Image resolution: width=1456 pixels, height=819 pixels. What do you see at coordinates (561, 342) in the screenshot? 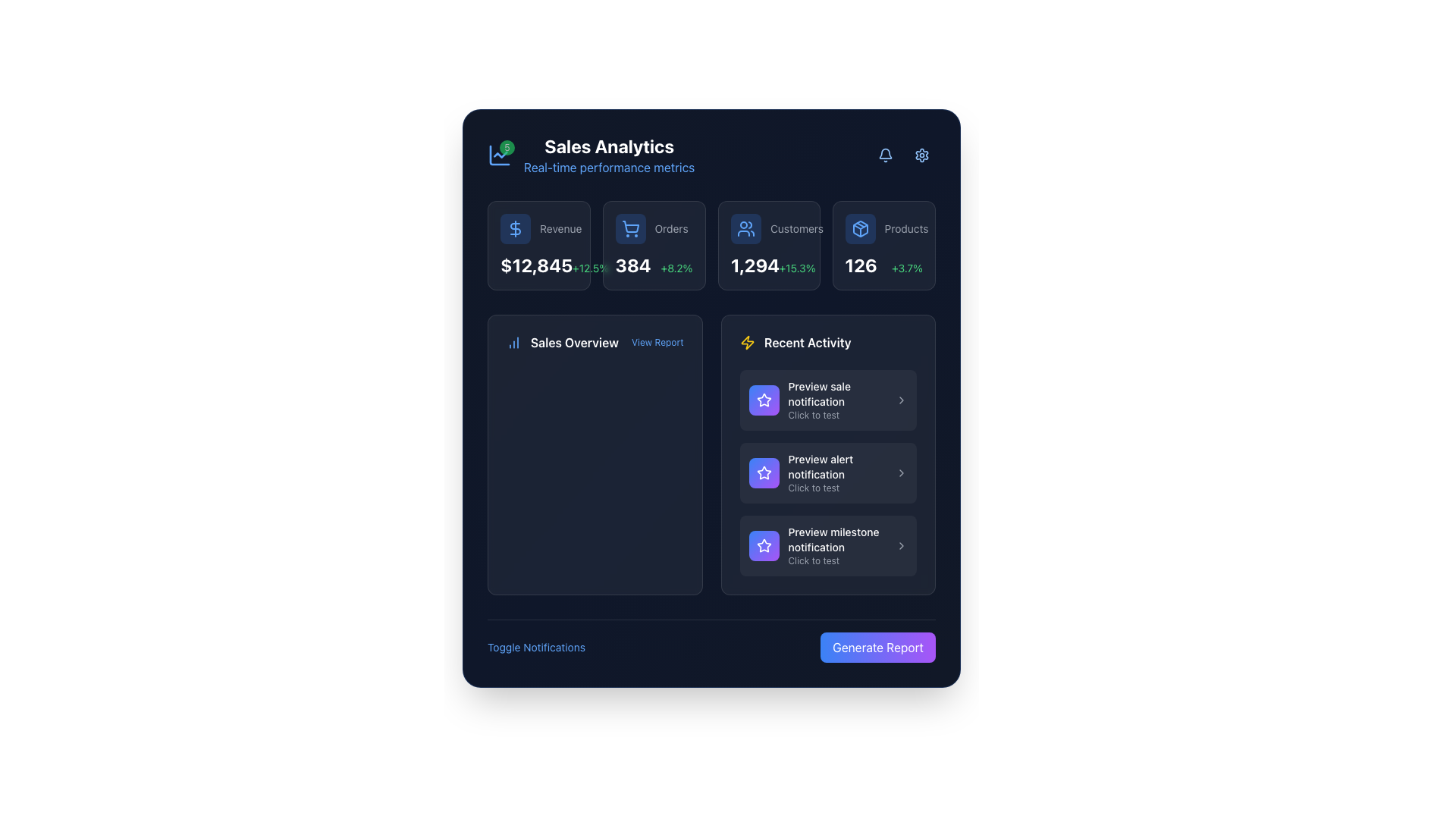
I see `the header text element that provides context for the section, located at the top-left side of the section, which is the first visible element before the 'View Report' link` at bounding box center [561, 342].